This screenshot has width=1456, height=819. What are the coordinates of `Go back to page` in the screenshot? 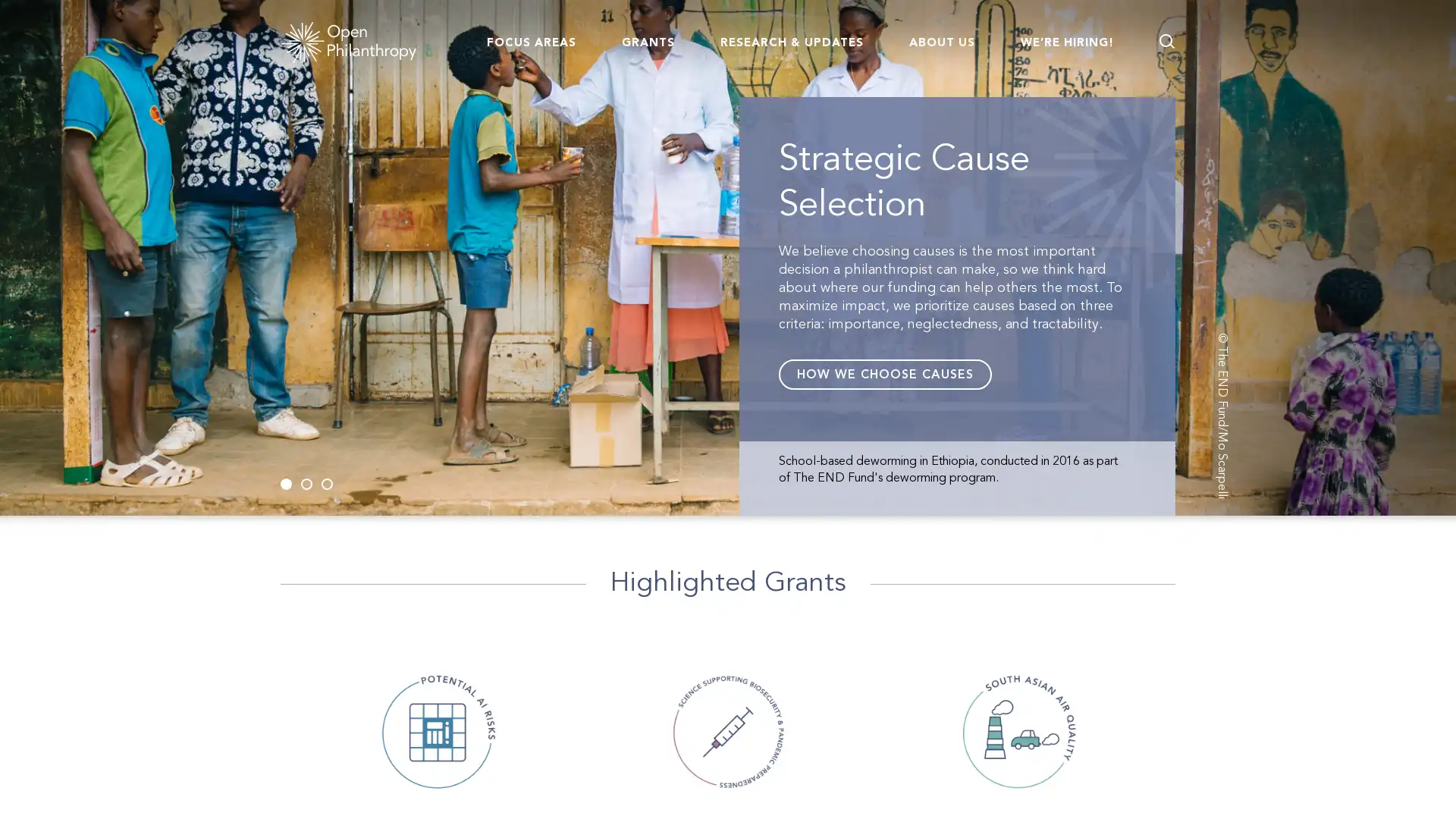 It's located at (1430, 33).